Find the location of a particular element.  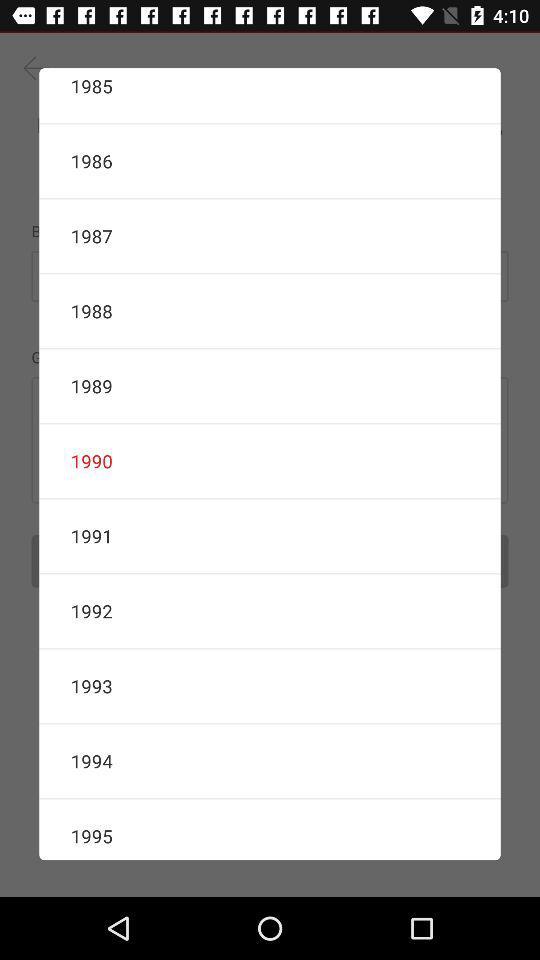

the item below 1991 item is located at coordinates (270, 610).